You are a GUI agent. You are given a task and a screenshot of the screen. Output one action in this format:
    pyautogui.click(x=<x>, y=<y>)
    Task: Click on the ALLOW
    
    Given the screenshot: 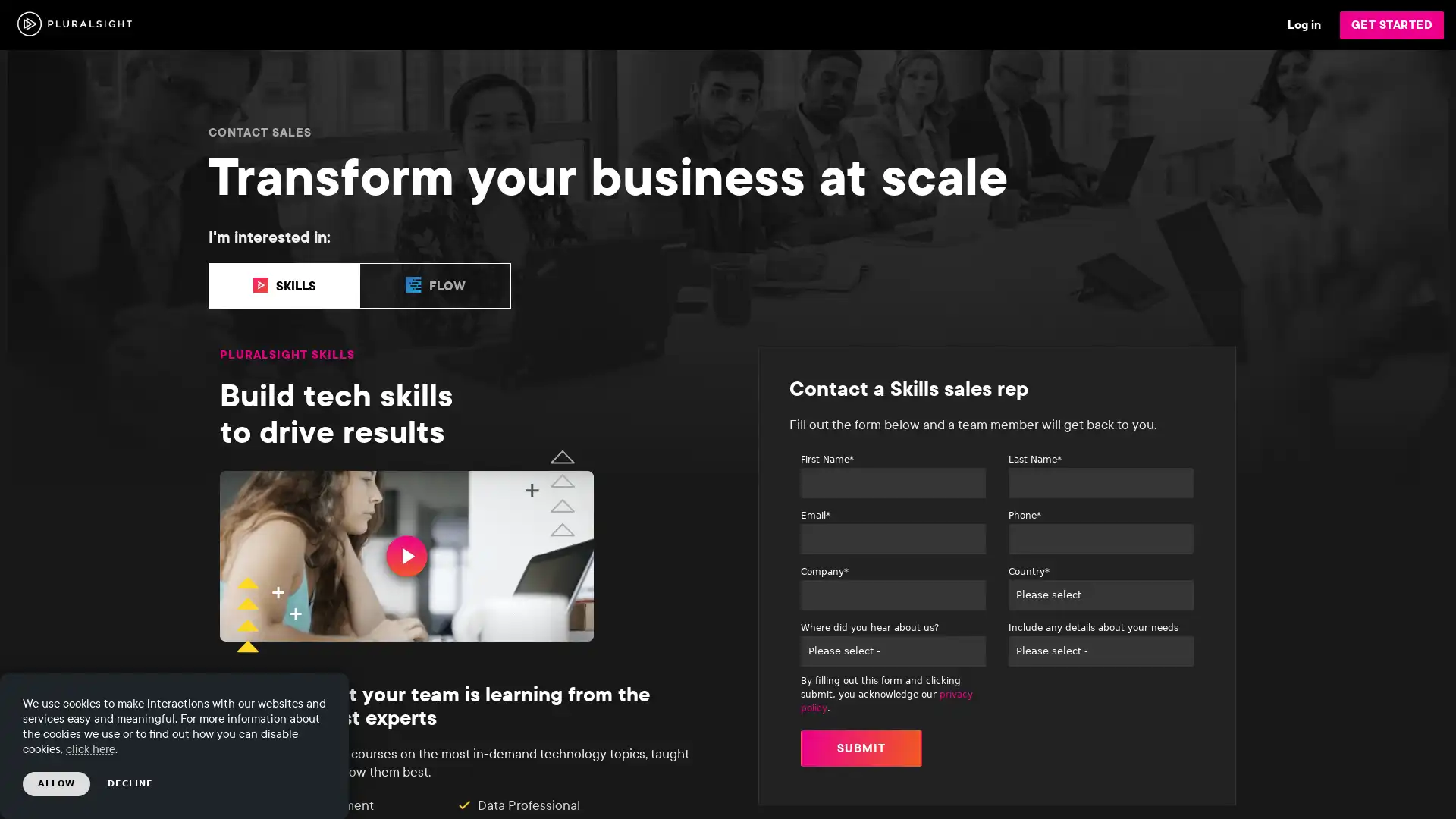 What is the action you would take?
    pyautogui.click(x=56, y=783)
    